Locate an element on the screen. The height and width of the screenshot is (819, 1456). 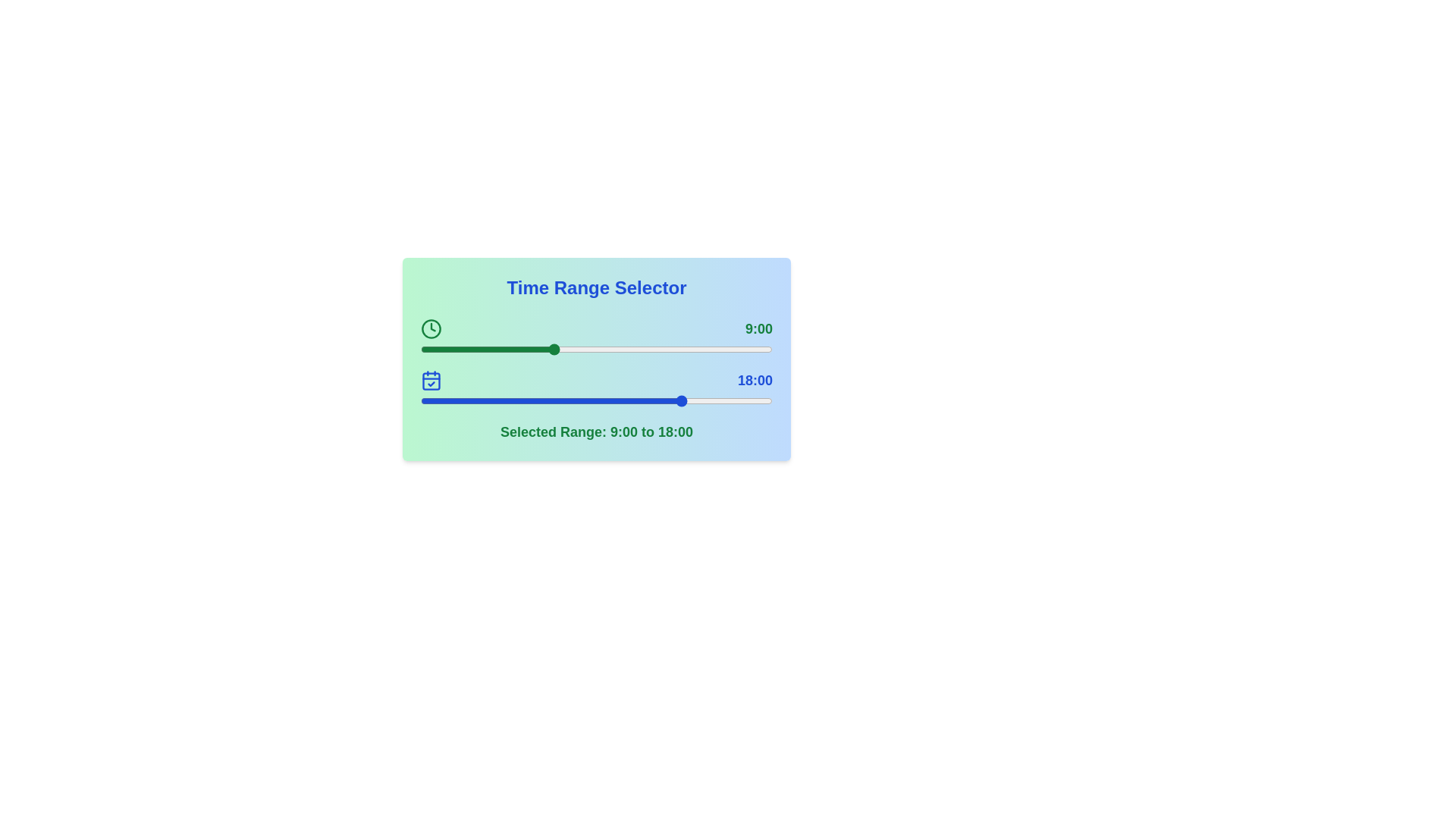
the time is located at coordinates (421, 400).